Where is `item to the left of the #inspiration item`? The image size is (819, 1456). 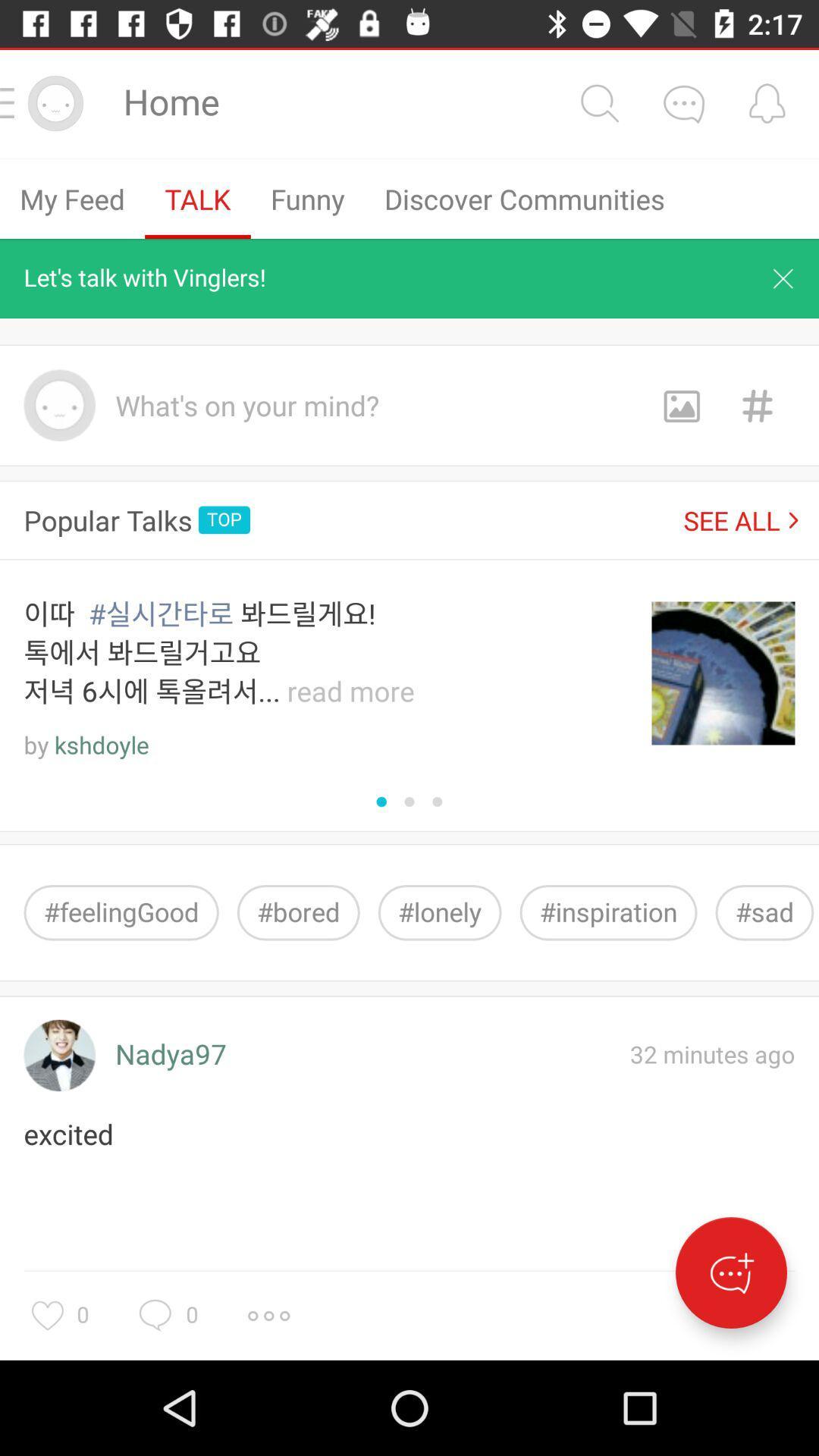 item to the left of the #inspiration item is located at coordinates (440, 912).